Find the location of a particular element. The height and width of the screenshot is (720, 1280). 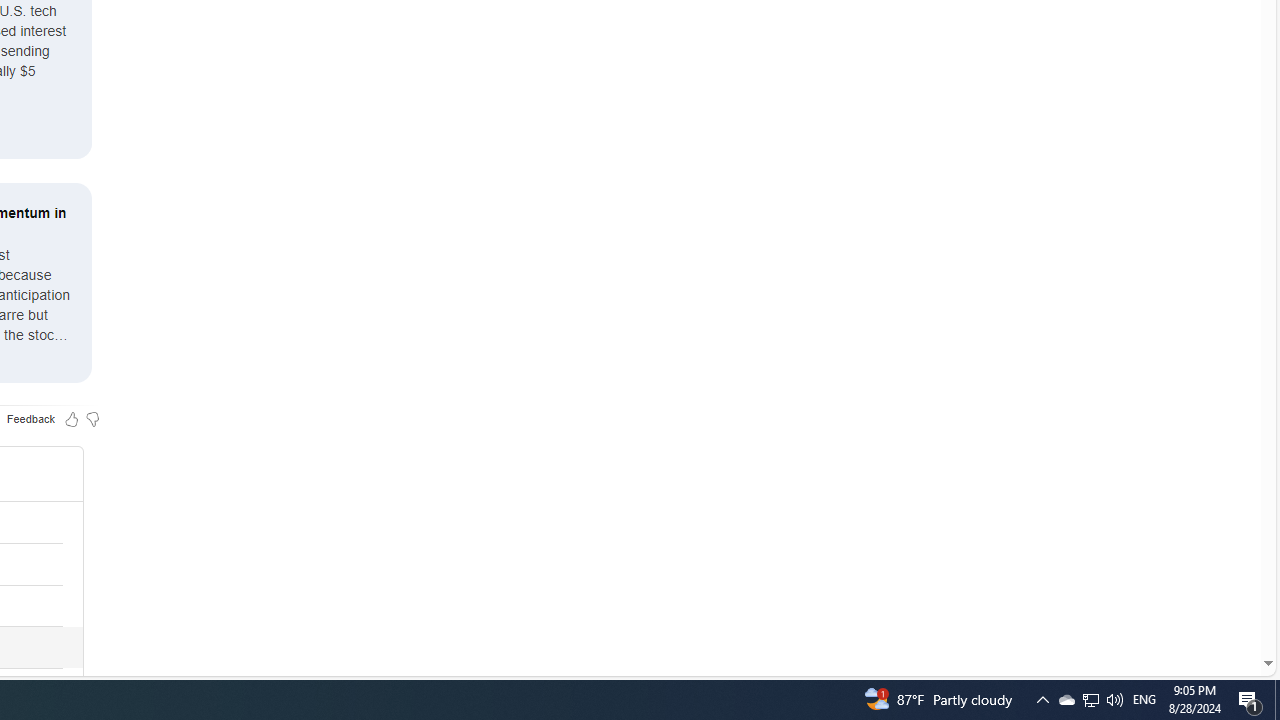

'Feedback Like' is located at coordinates (71, 418).